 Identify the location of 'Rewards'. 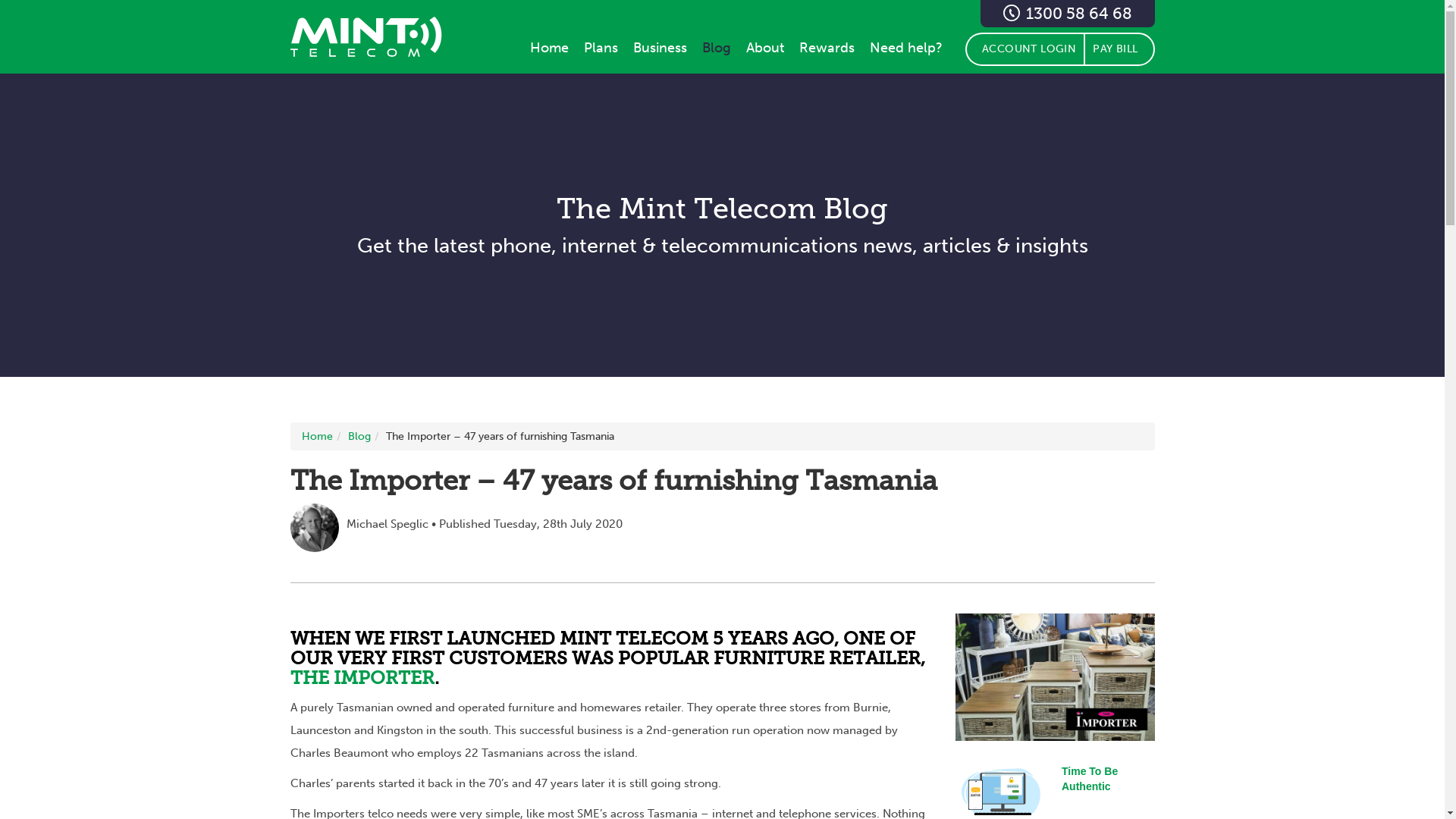
(826, 46).